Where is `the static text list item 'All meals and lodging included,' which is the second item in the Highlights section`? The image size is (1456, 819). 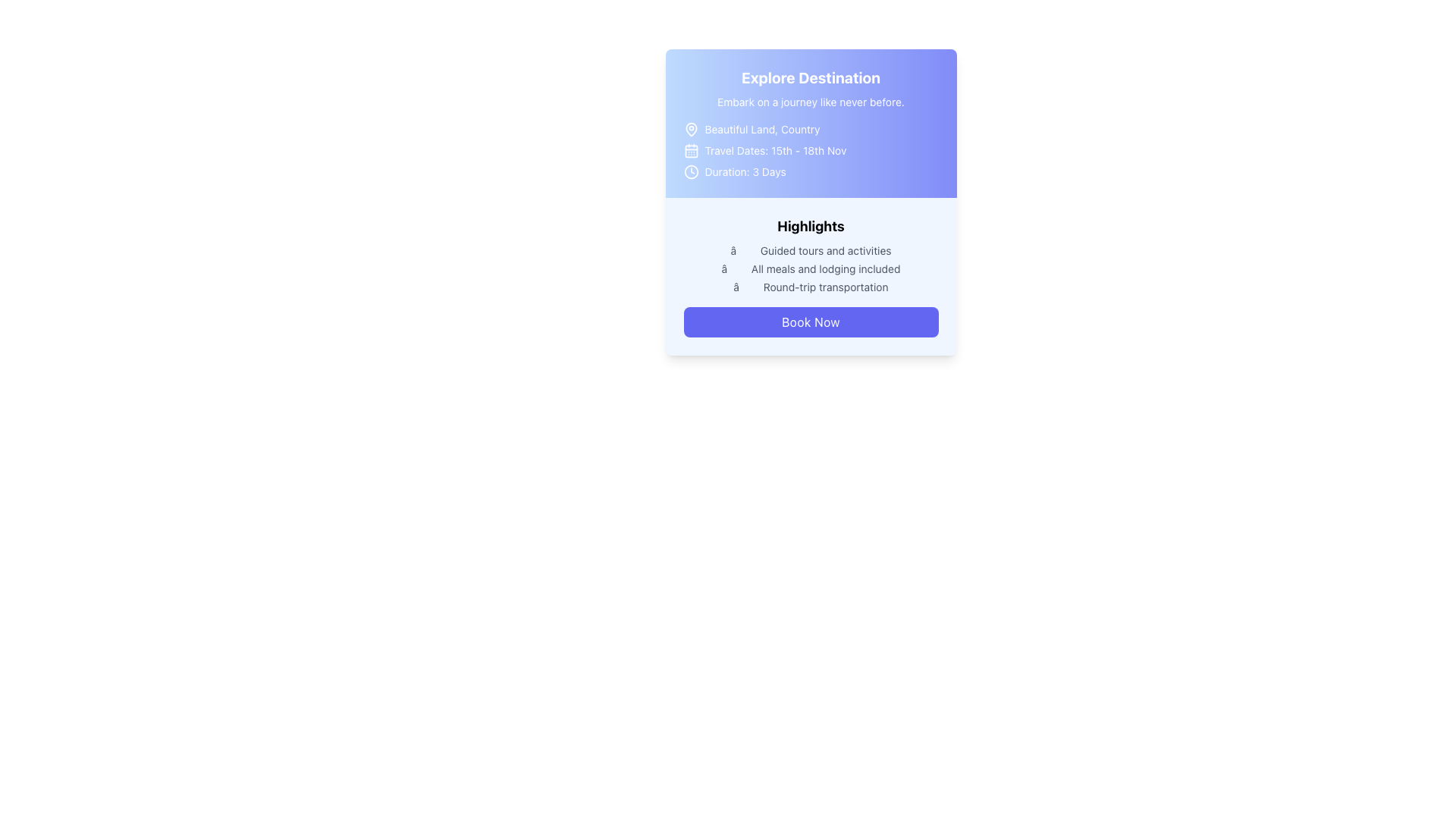
the static text list item 'All meals and lodging included,' which is the second item in the Highlights section is located at coordinates (810, 268).